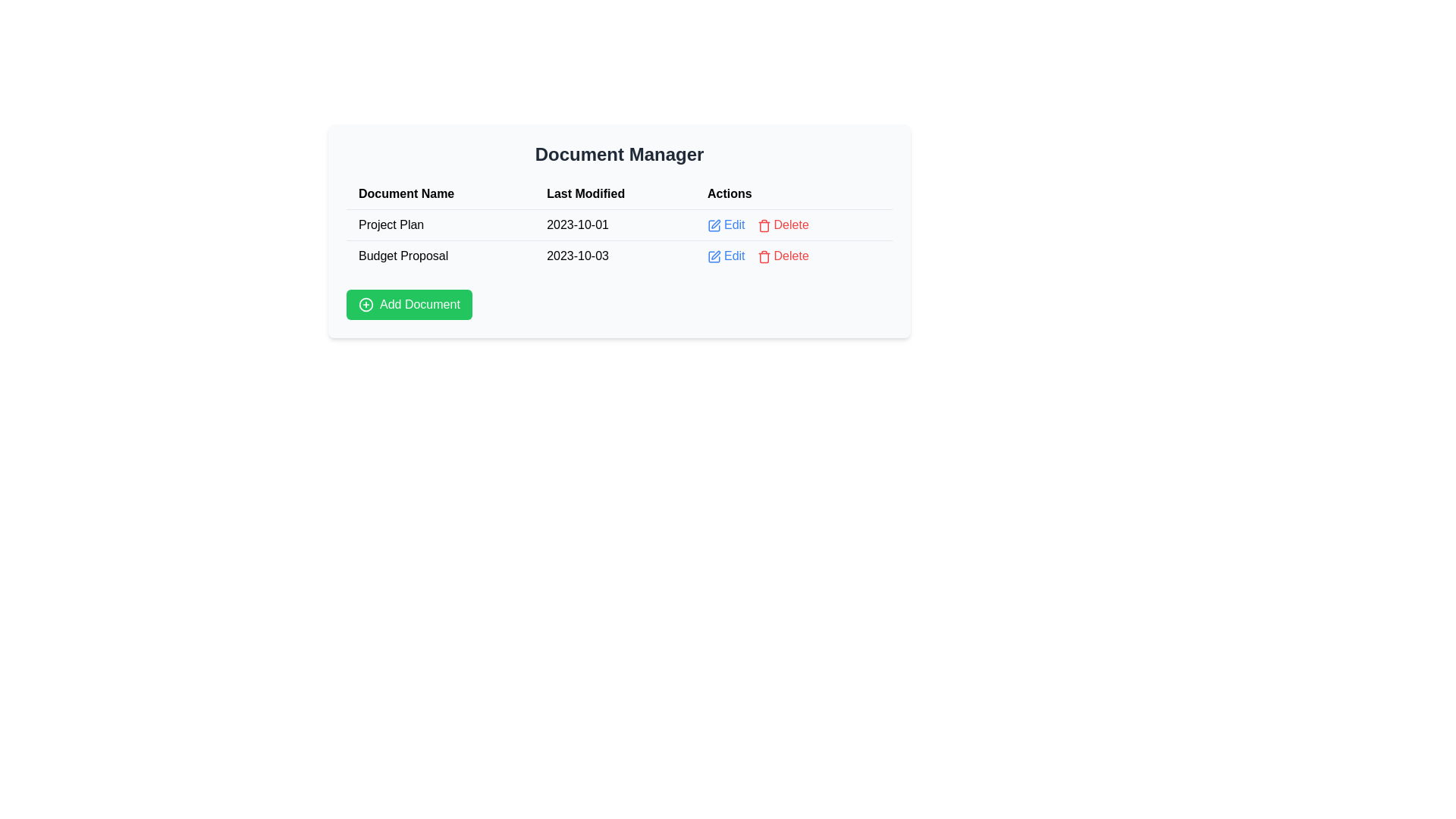 The image size is (1456, 819). Describe the element at coordinates (409, 304) in the screenshot. I see `the button for adding a new document located in the 'Document Manager' section, below the table listing documents` at that location.